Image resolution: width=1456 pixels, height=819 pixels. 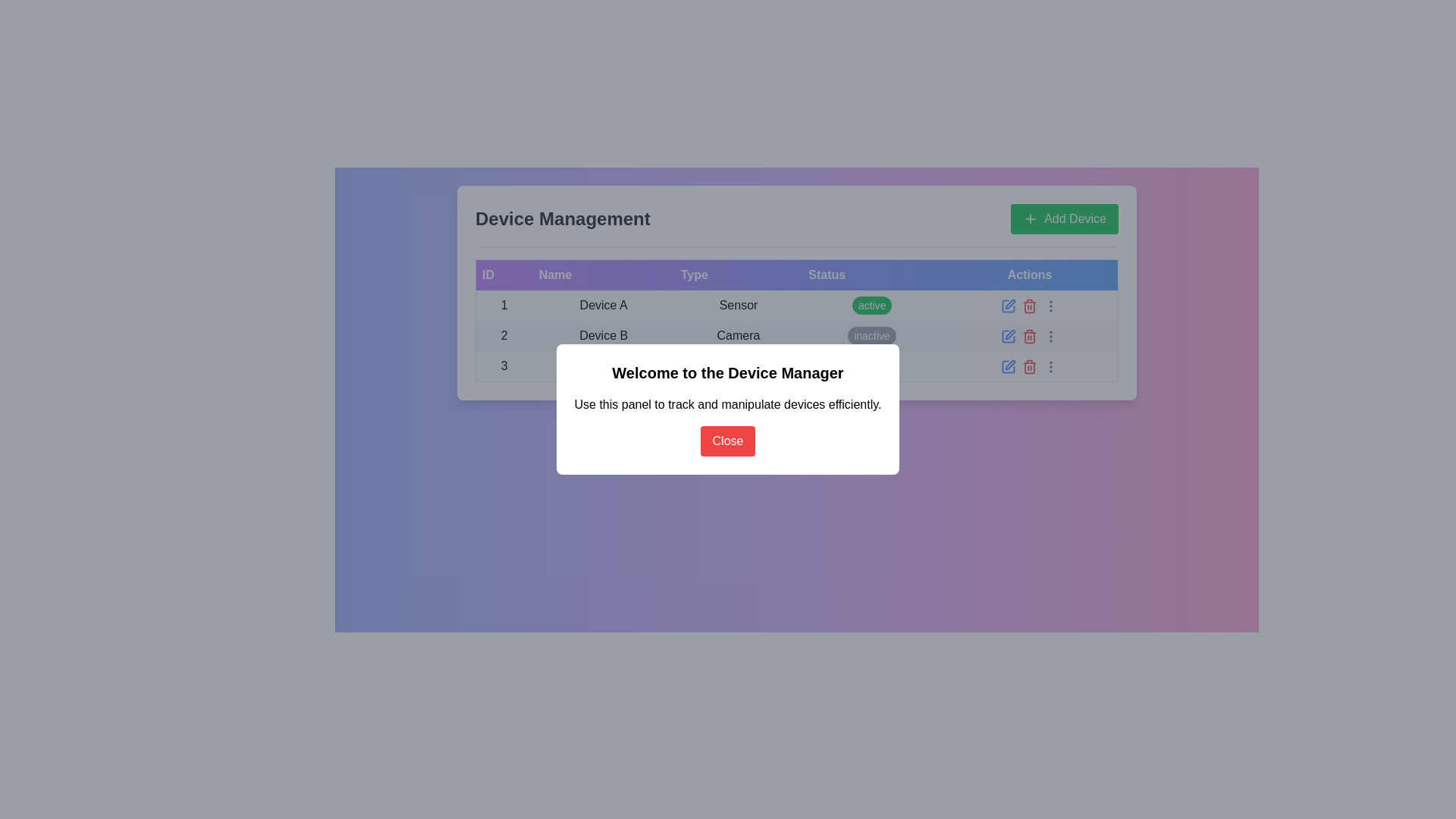 What do you see at coordinates (796, 335) in the screenshot?
I see `the second row of the device table that displays information specific to a device, including its identifier, name, type, and current status` at bounding box center [796, 335].